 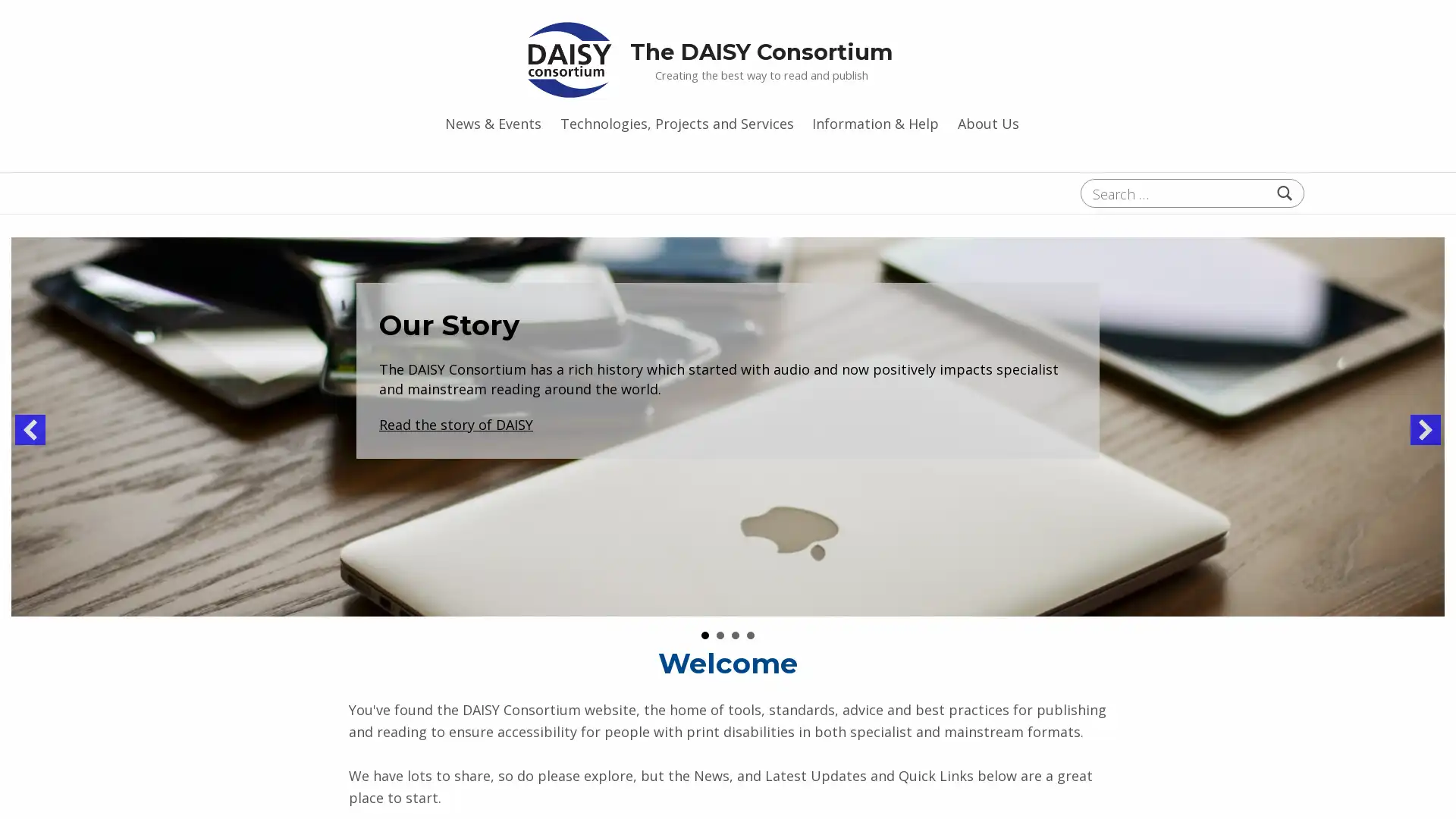 What do you see at coordinates (30, 430) in the screenshot?
I see `previous` at bounding box center [30, 430].